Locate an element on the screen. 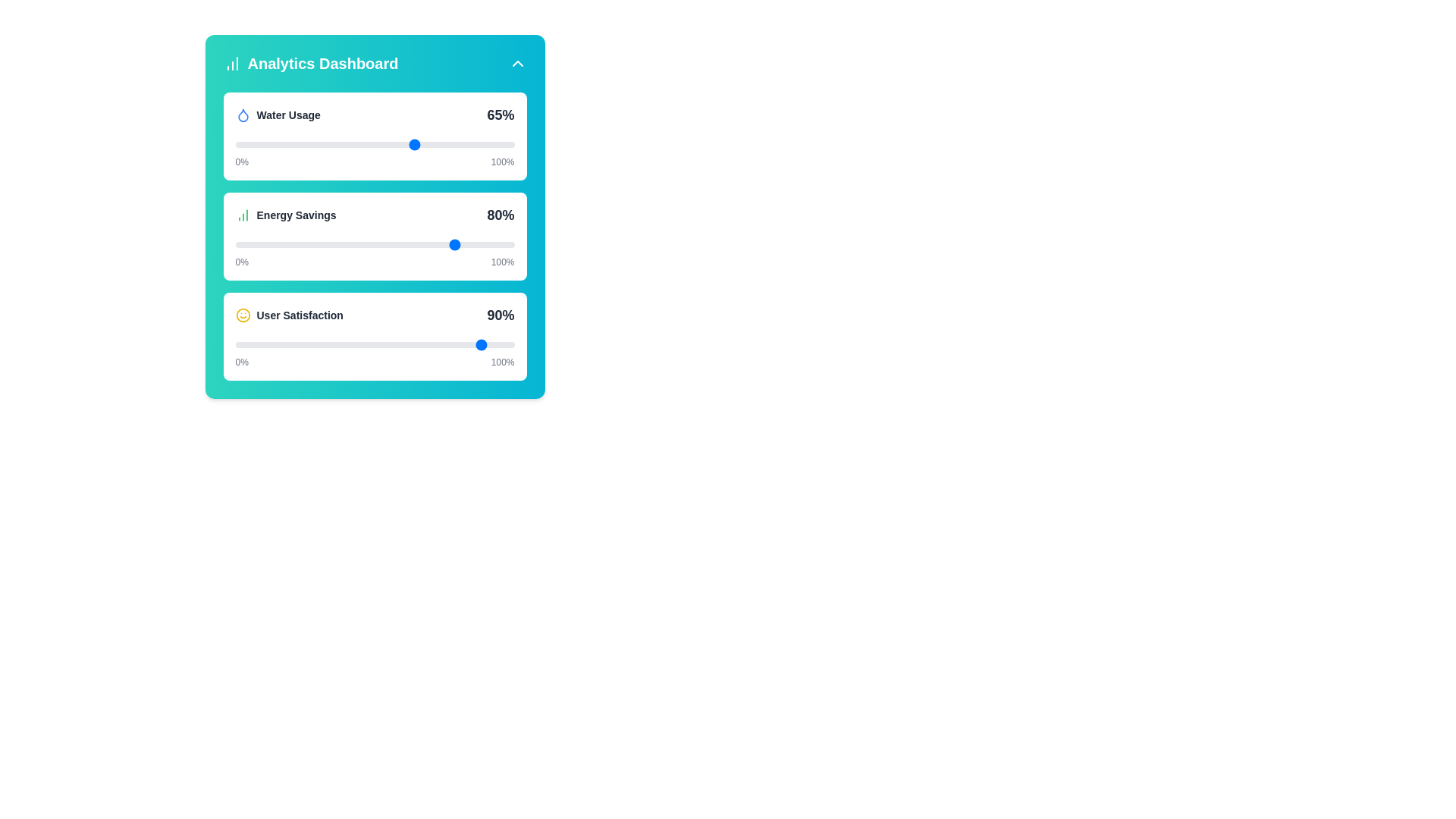  energy savings is located at coordinates (337, 244).